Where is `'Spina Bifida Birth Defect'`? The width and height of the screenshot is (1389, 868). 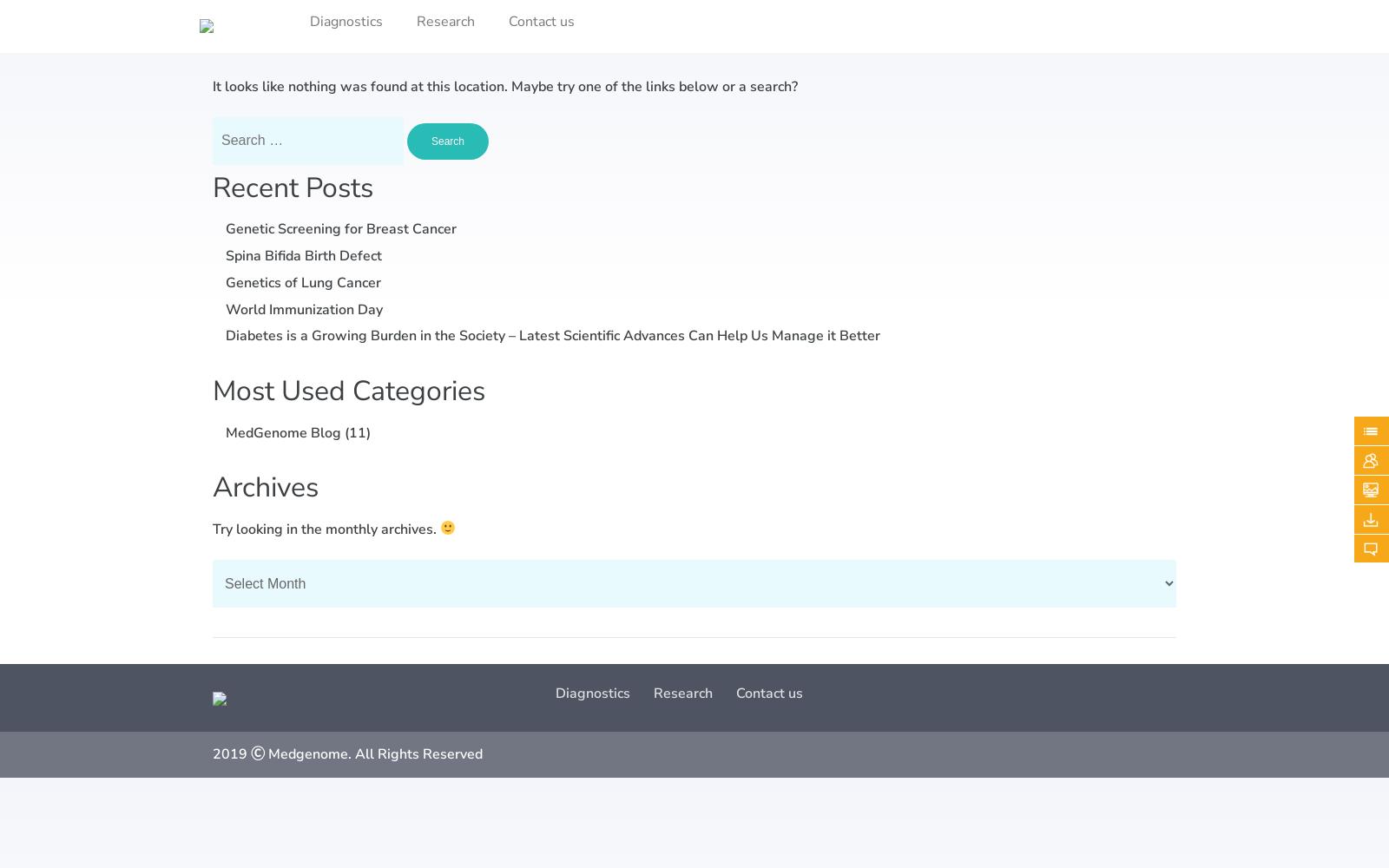
'Spina Bifida Birth Defect' is located at coordinates (304, 255).